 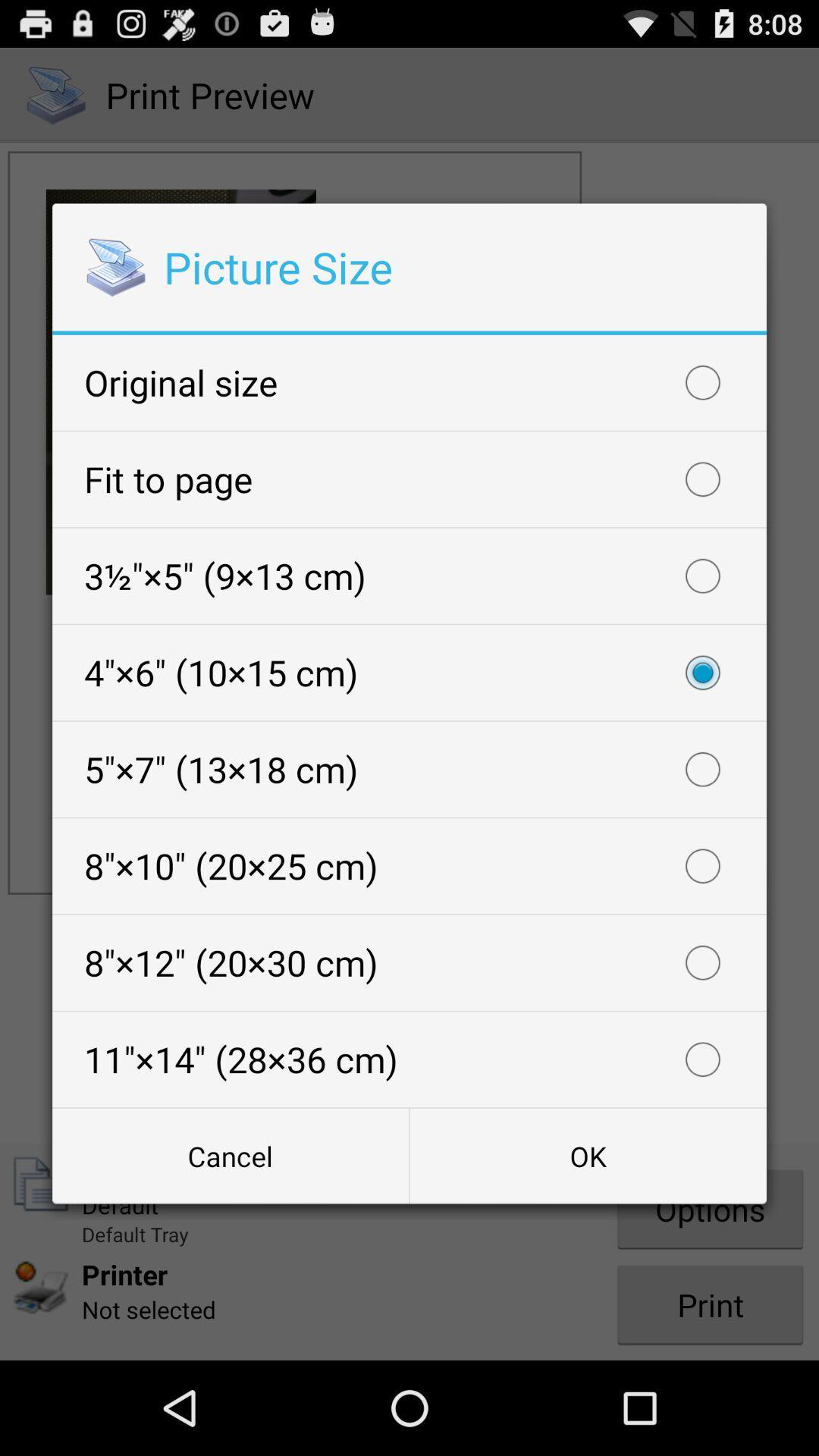 I want to click on cancel icon, so click(x=231, y=1155).